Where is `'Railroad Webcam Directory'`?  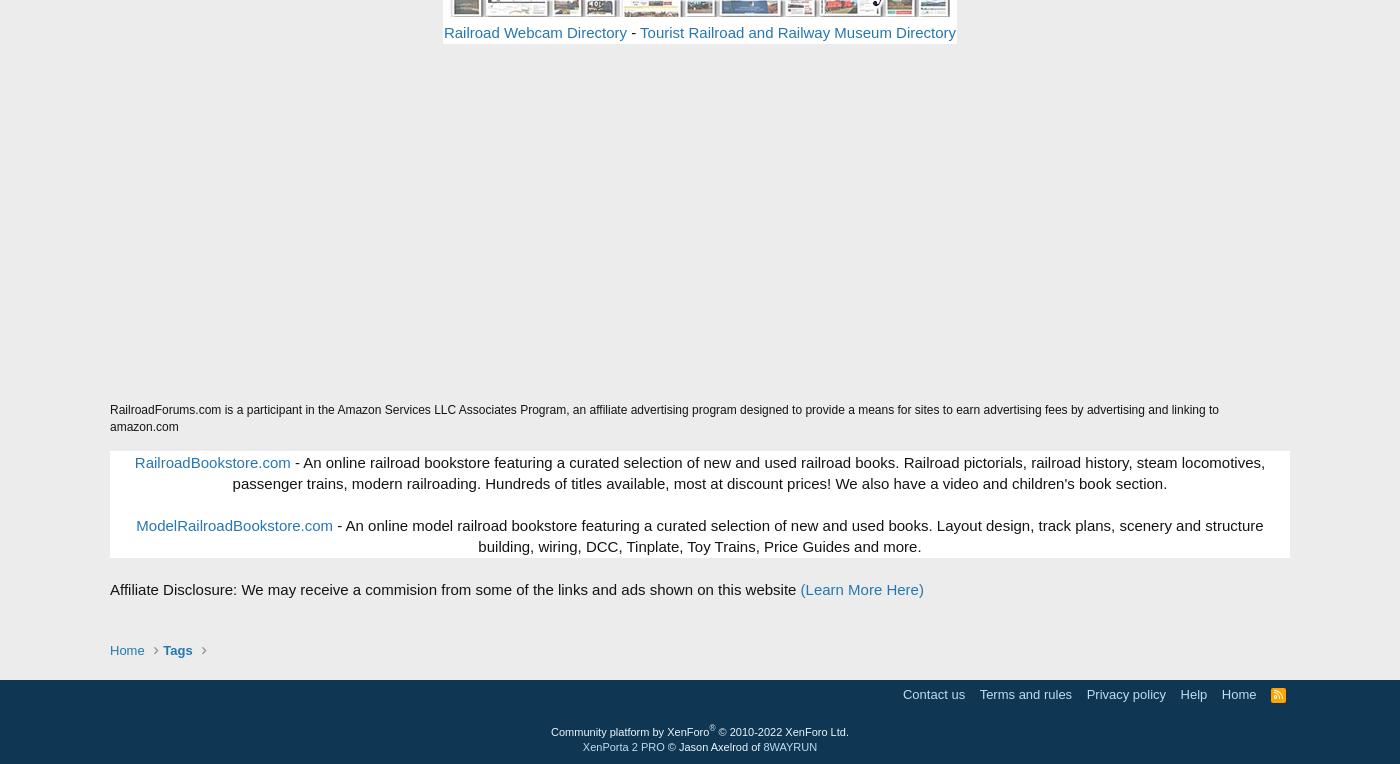 'Railroad Webcam Directory' is located at coordinates (534, 31).